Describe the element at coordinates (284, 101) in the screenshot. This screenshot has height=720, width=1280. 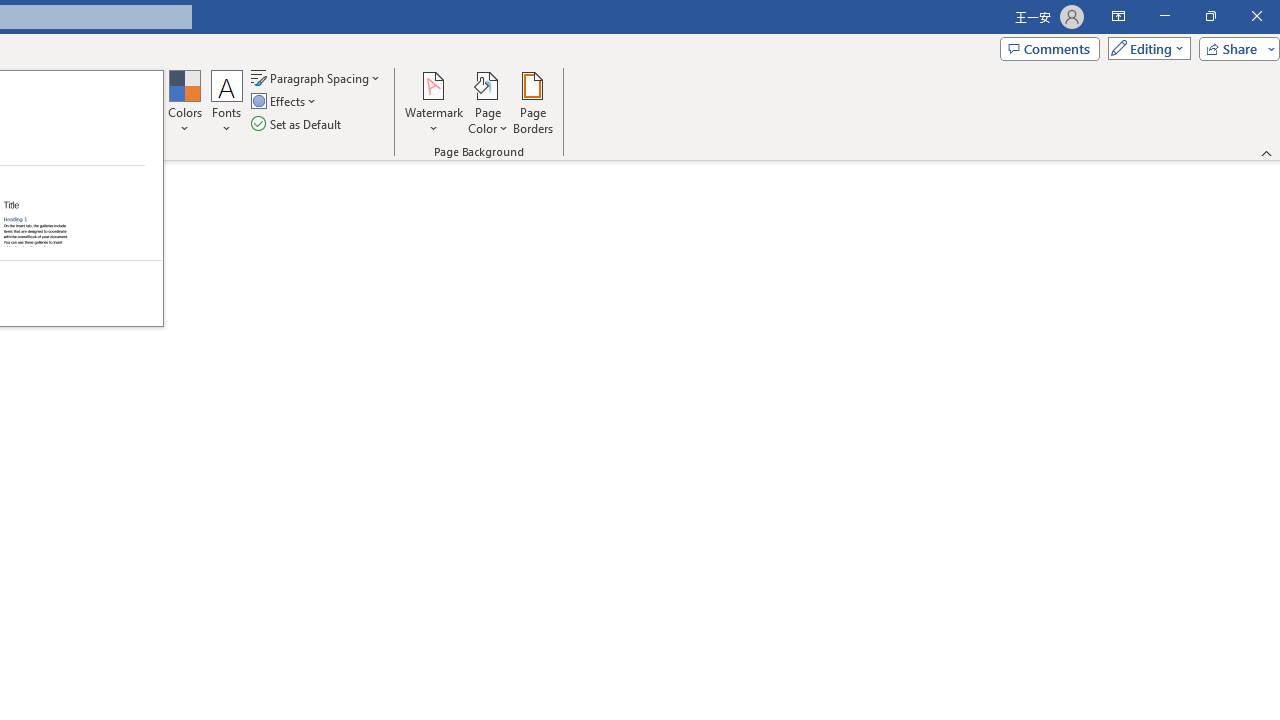
I see `'Effects'` at that location.